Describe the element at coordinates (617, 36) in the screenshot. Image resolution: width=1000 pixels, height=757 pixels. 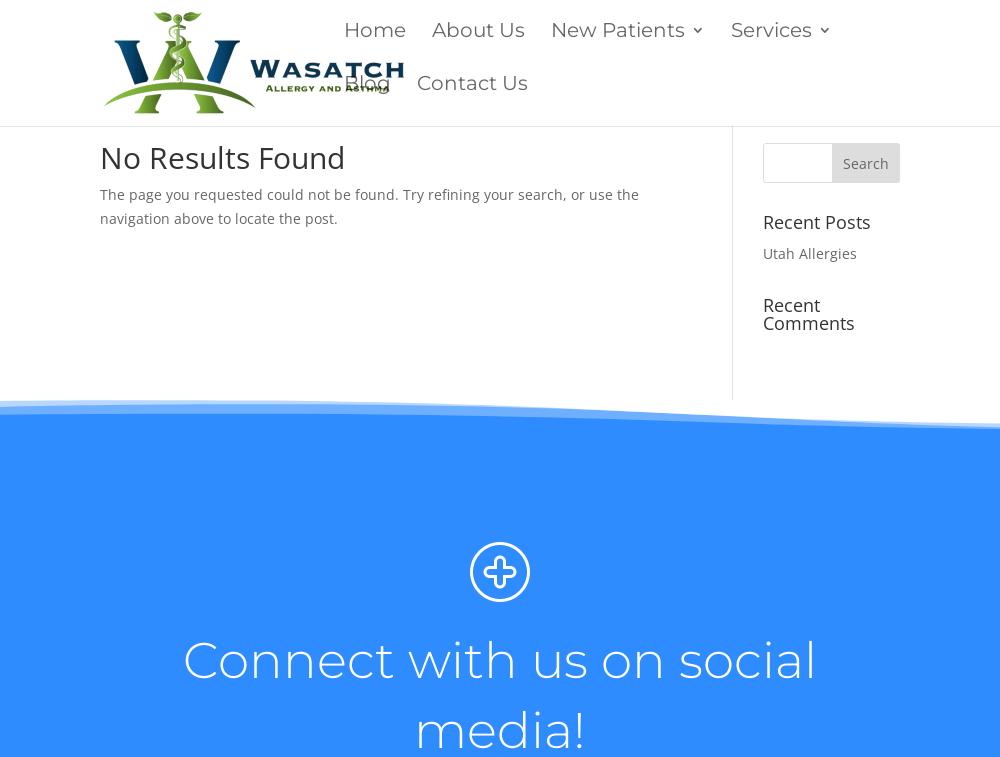
I see `'New Patients'` at that location.